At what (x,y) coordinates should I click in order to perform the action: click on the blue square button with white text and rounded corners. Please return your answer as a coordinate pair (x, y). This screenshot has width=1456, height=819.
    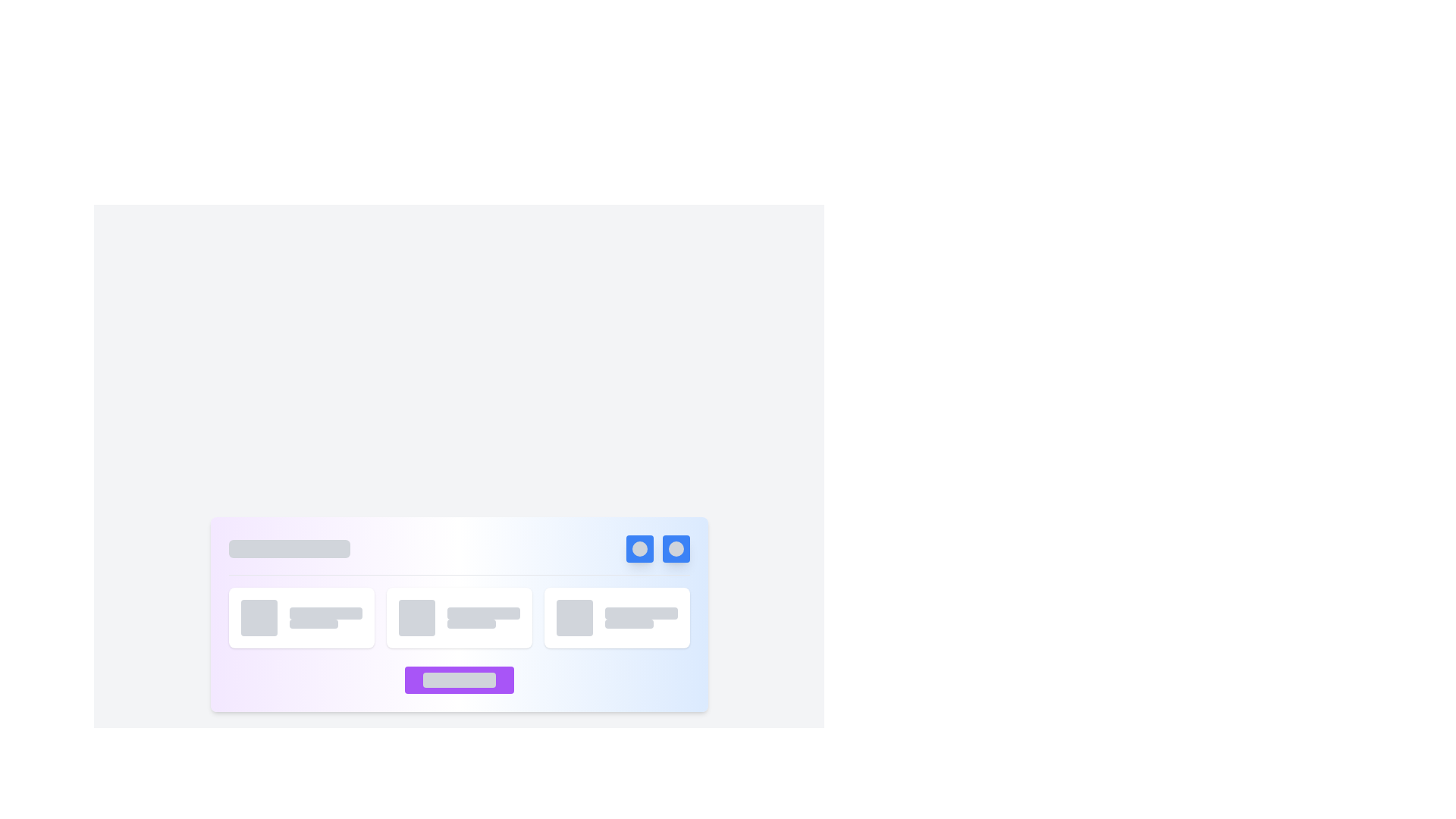
    Looking at the image, I should click on (639, 548).